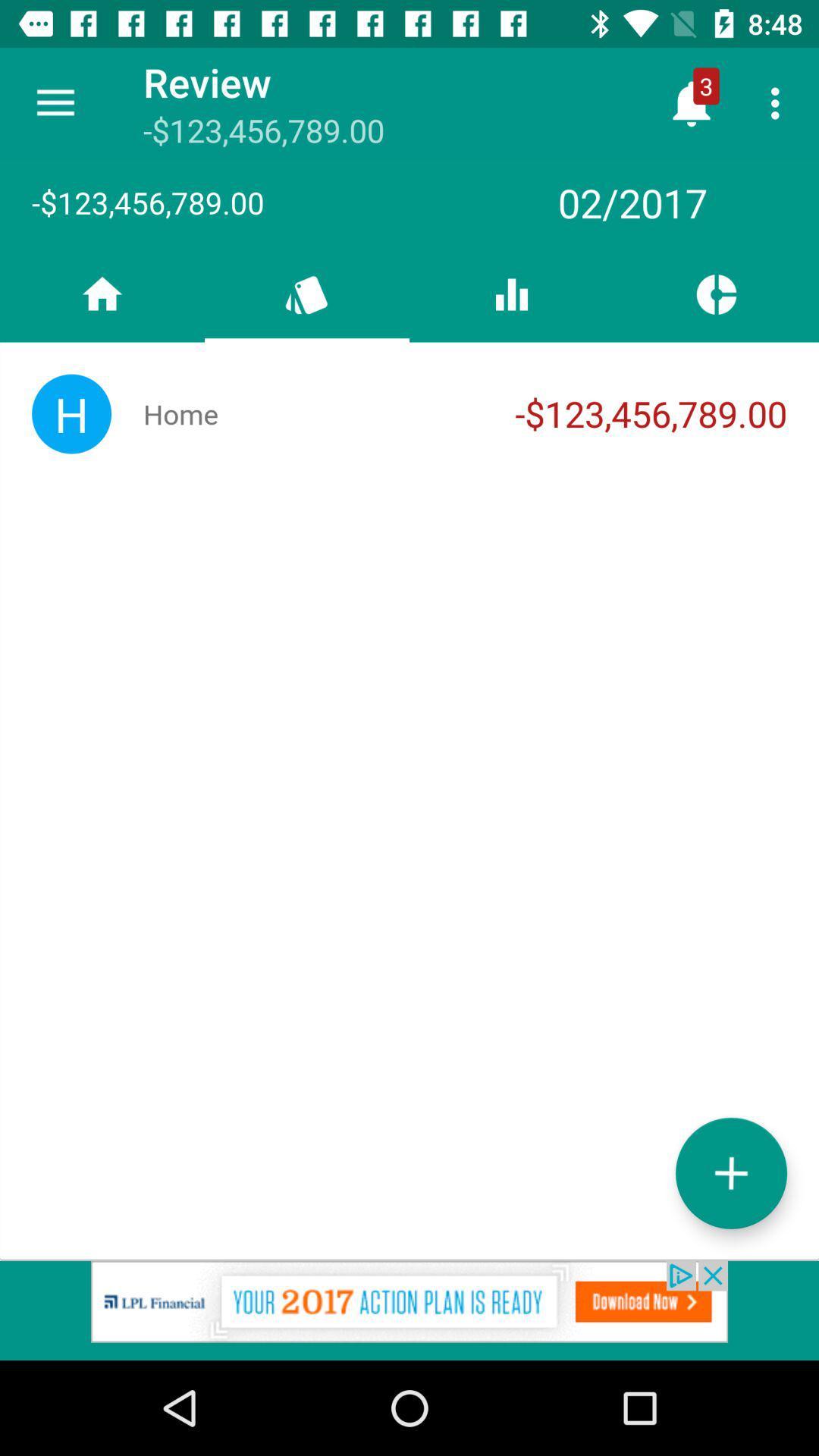 This screenshot has height=1456, width=819. Describe the element at coordinates (409, 1310) in the screenshot. I see `redirects the user to a website` at that location.